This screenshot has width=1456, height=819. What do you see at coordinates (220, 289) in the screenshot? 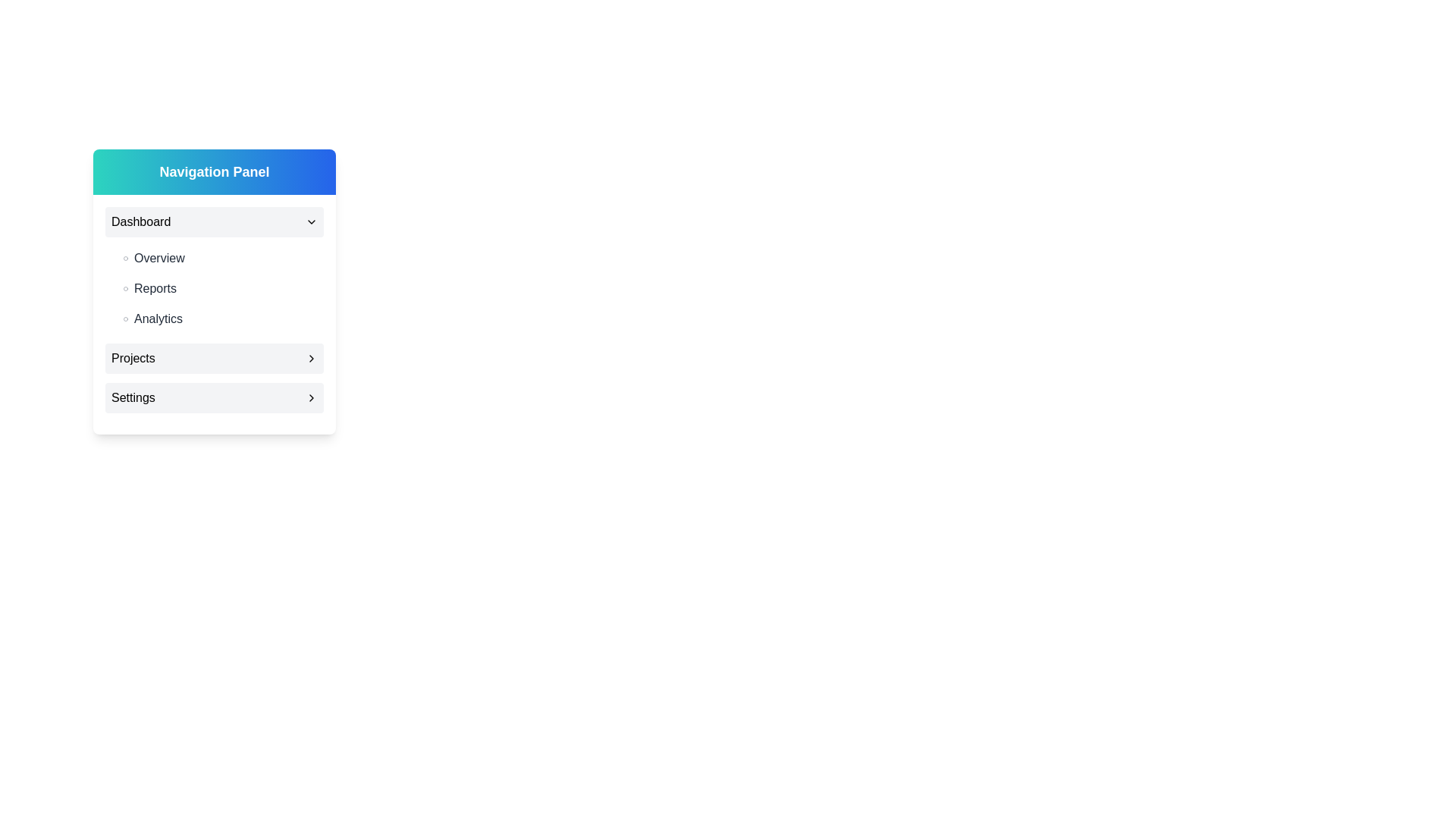
I see `the navigational button labeled 'Reports', which is the second item in the vertical list within the navigation panel, to trigger a background color change` at bounding box center [220, 289].